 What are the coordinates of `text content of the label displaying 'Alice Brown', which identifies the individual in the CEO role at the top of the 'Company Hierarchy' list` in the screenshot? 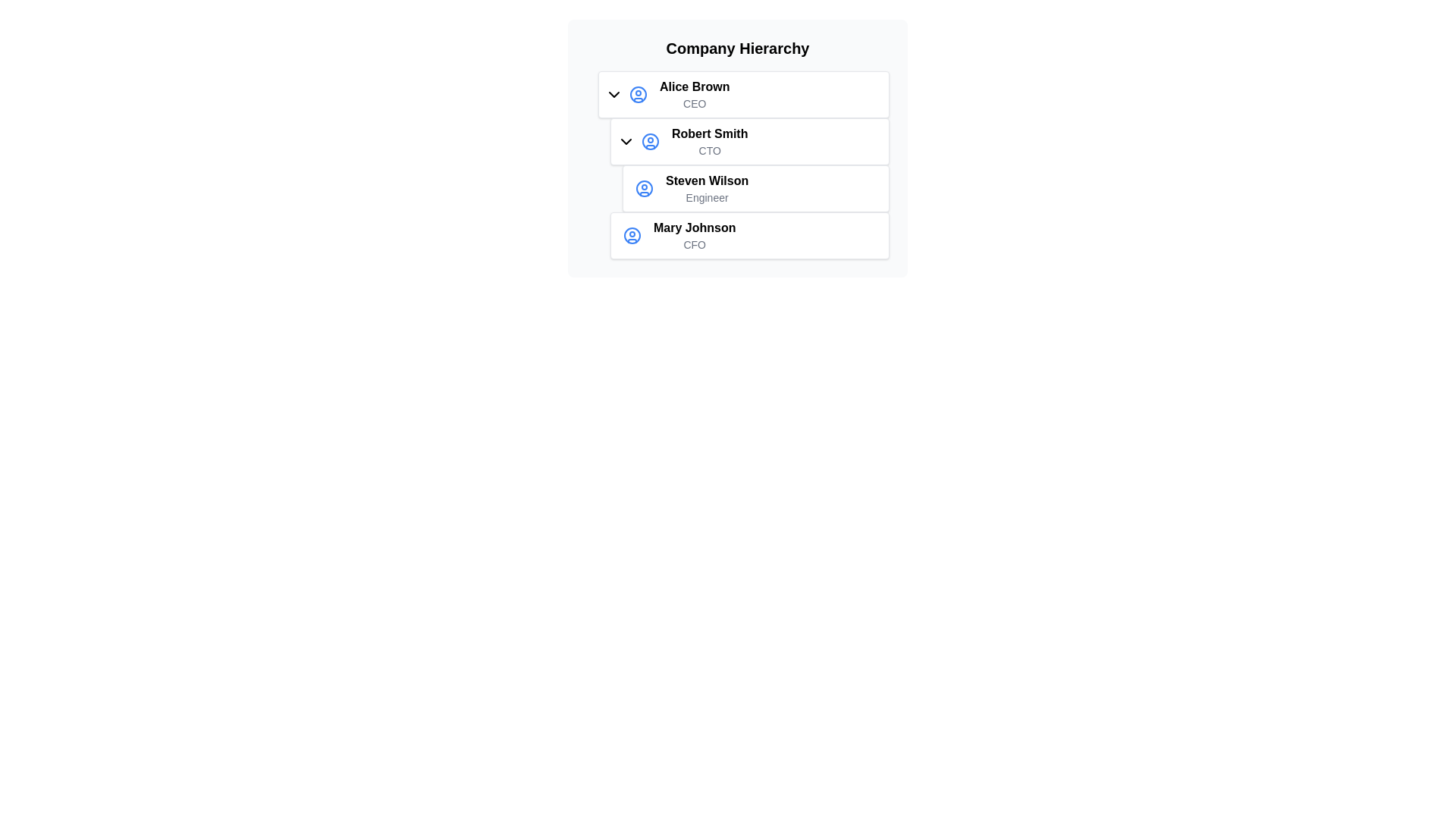 It's located at (694, 87).